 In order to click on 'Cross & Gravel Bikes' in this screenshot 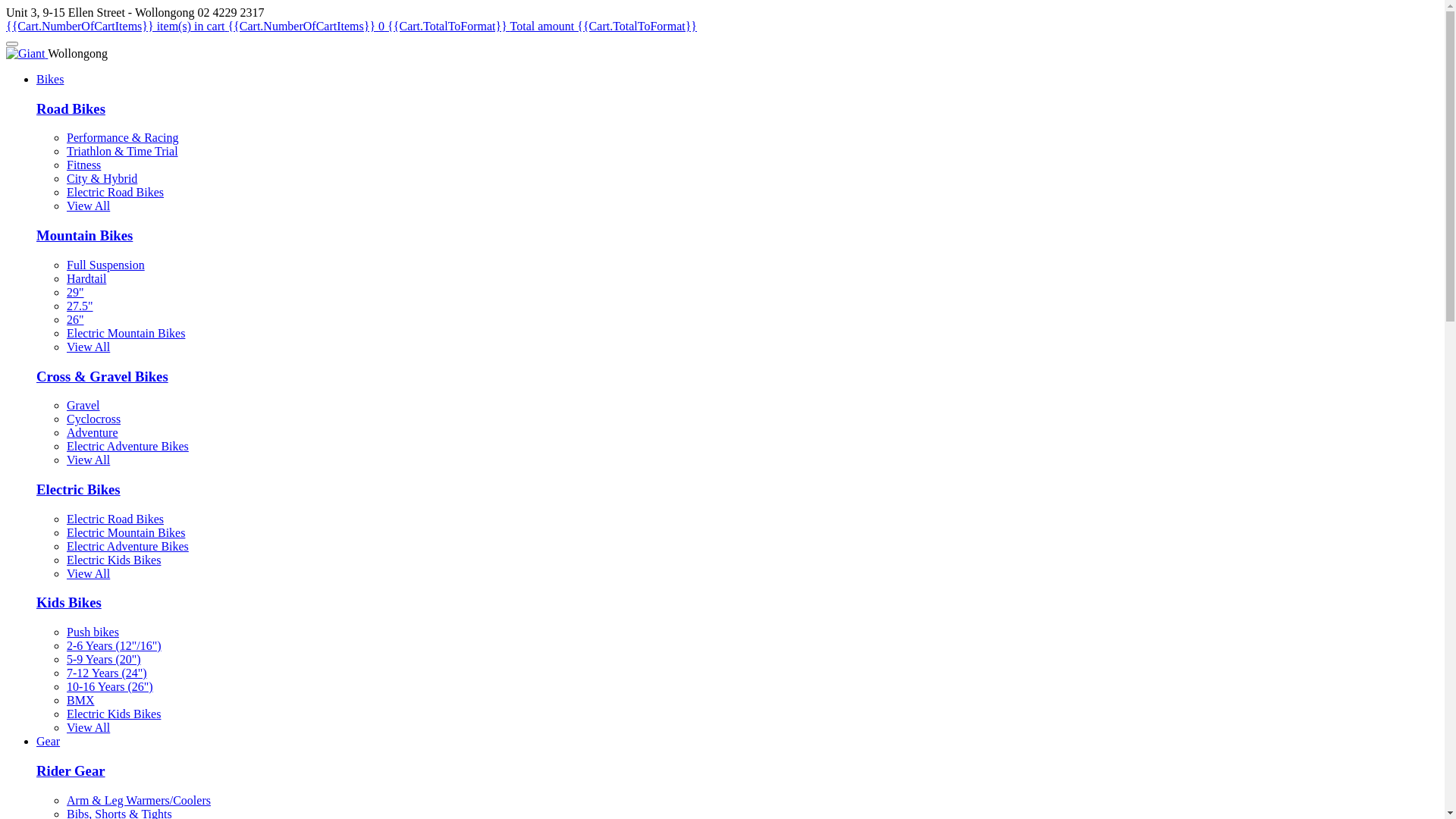, I will do `click(36, 375)`.